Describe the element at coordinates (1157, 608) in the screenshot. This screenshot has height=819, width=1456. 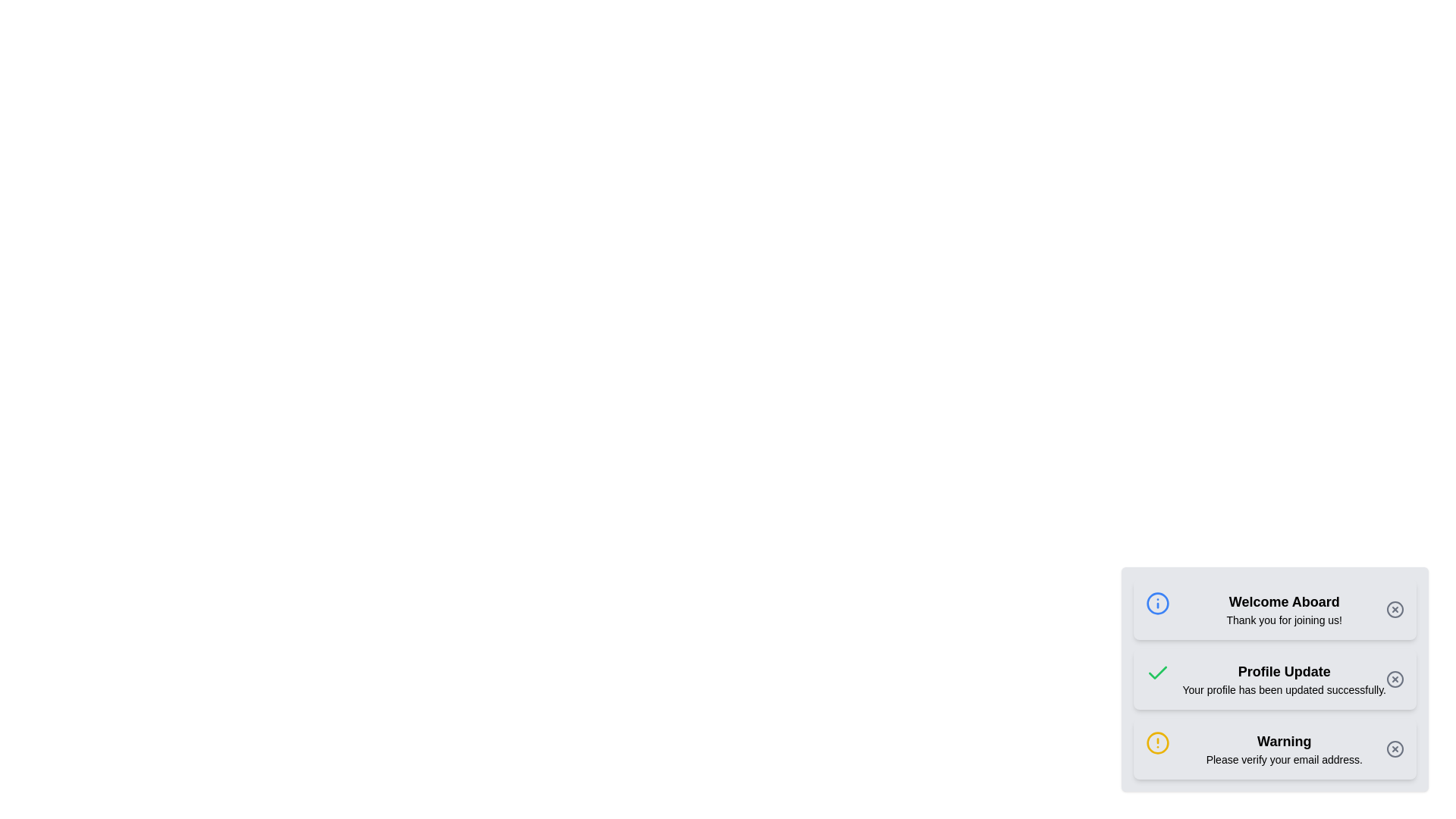
I see `the blue circular icon with a white information symbol located at the top-left corner of the 'Welcome Aboard' notification card, which precedes the textual content` at that location.